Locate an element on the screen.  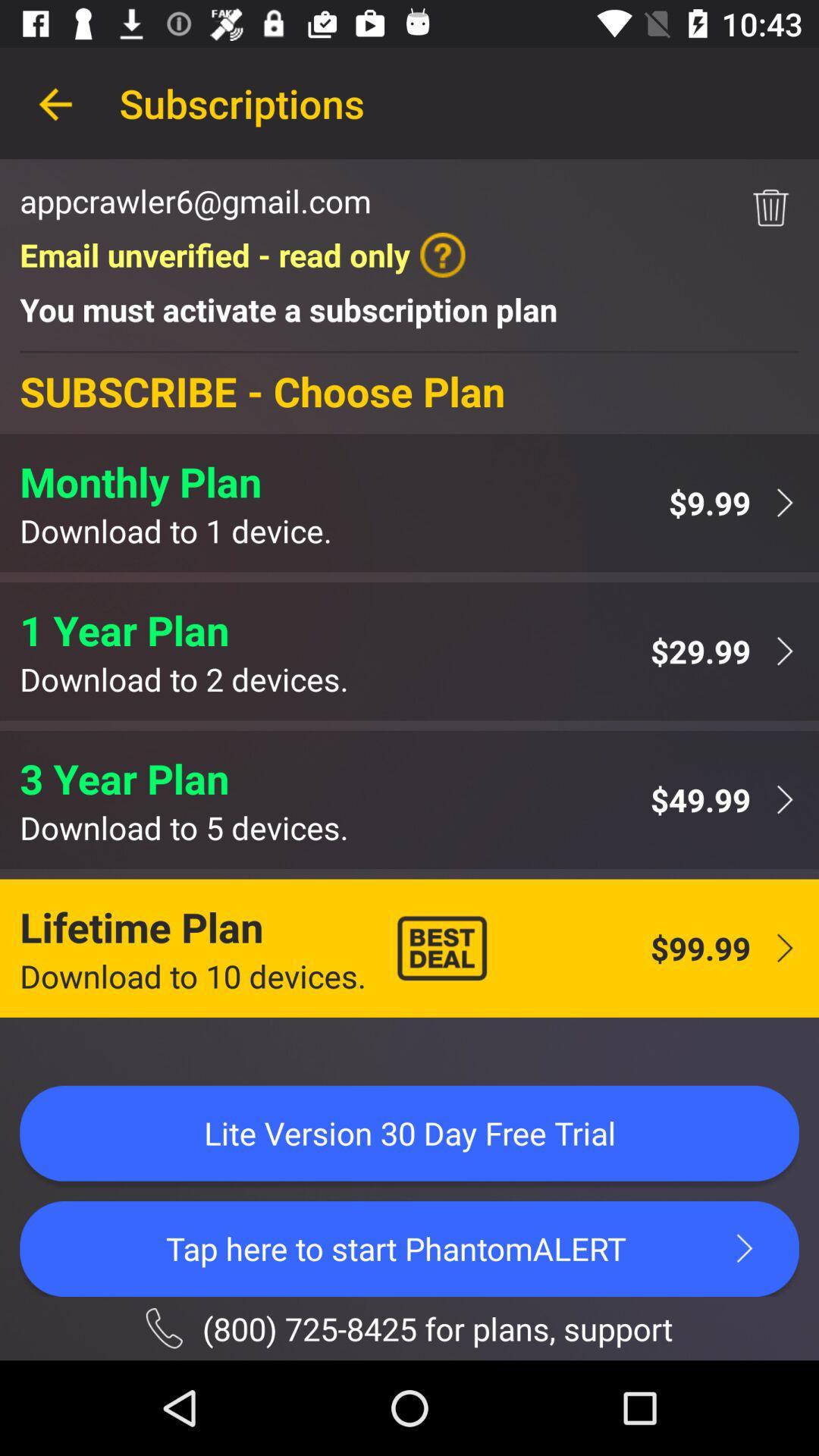
item next to the email unverified read app is located at coordinates (770, 207).